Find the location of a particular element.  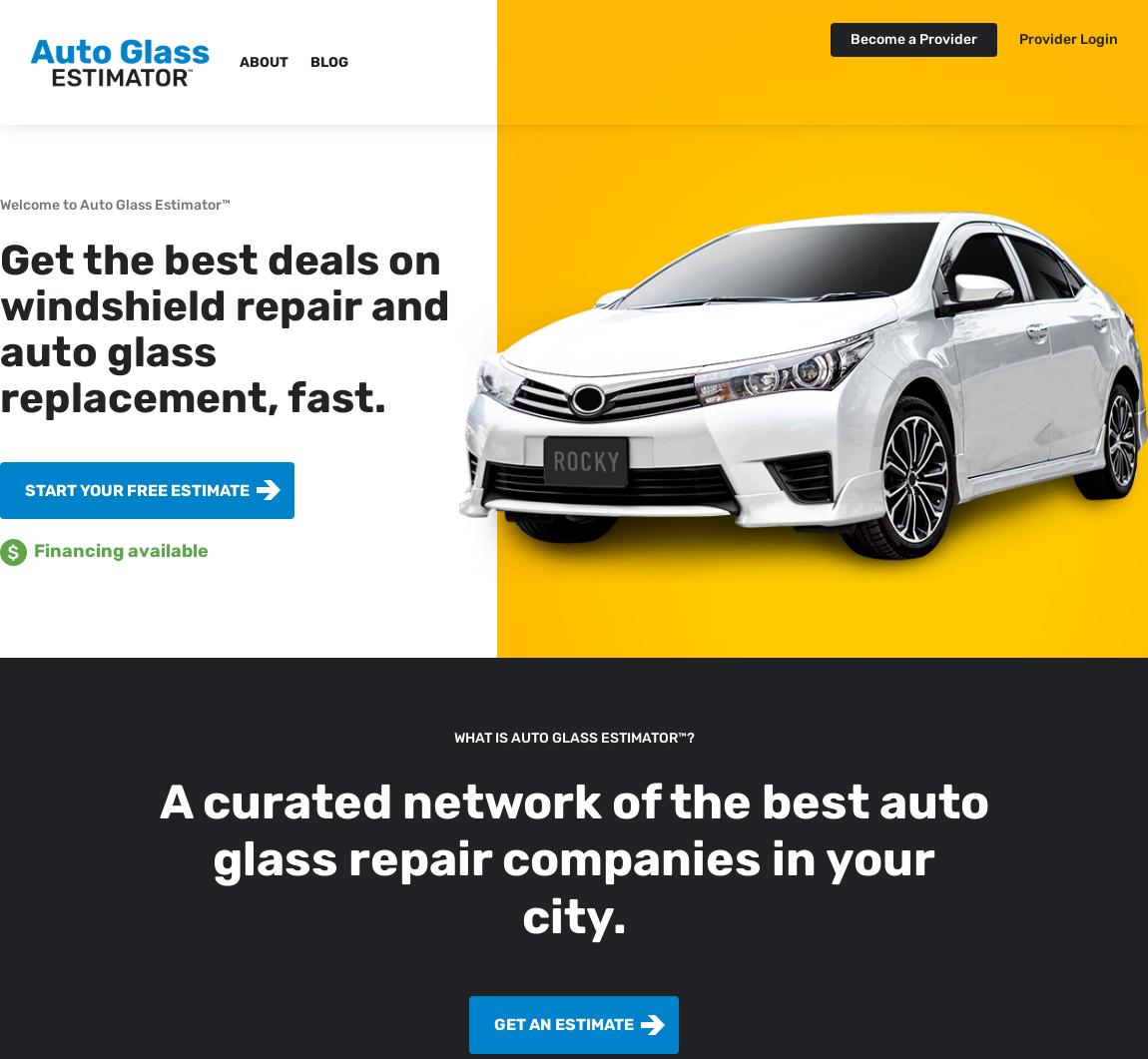

'Welcome to Auto Glass Estimator™' is located at coordinates (114, 204).